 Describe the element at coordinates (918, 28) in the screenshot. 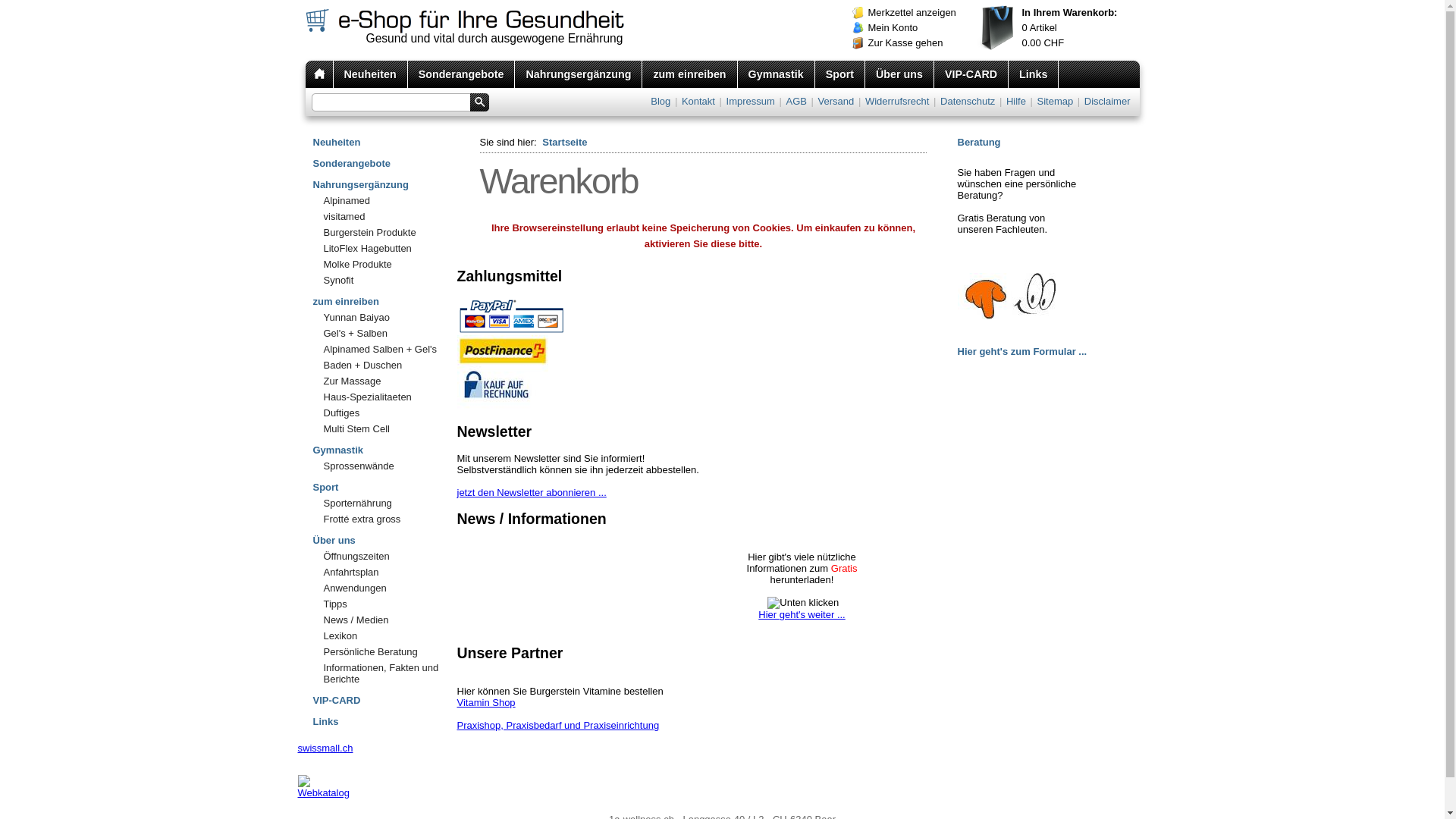

I see `'Mein Konto'` at that location.